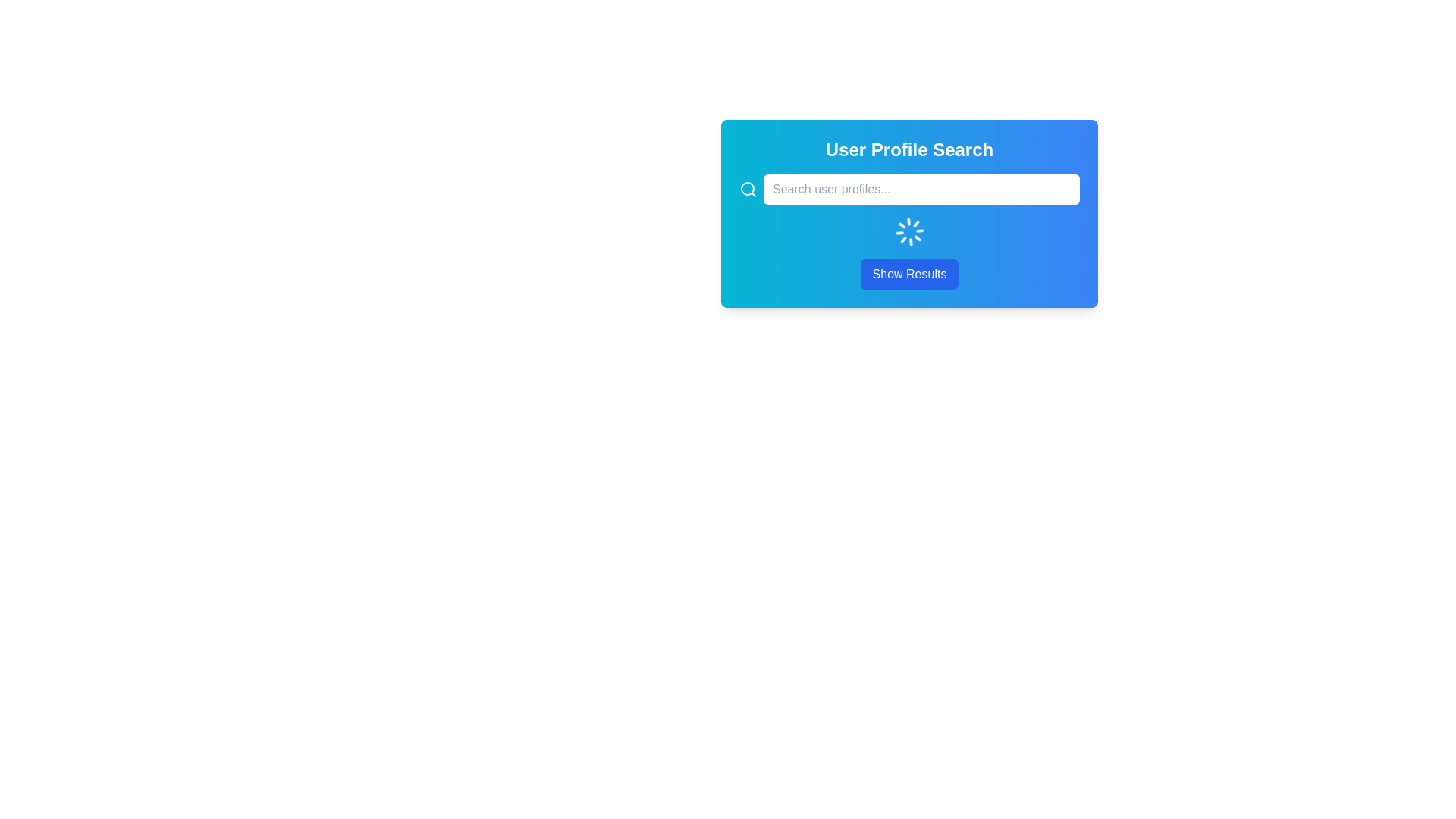 The image size is (1456, 819). Describe the element at coordinates (909, 231) in the screenshot. I see `the animated state of the loading spinner located centrally below the search bar and above the 'Show Results' button` at that location.